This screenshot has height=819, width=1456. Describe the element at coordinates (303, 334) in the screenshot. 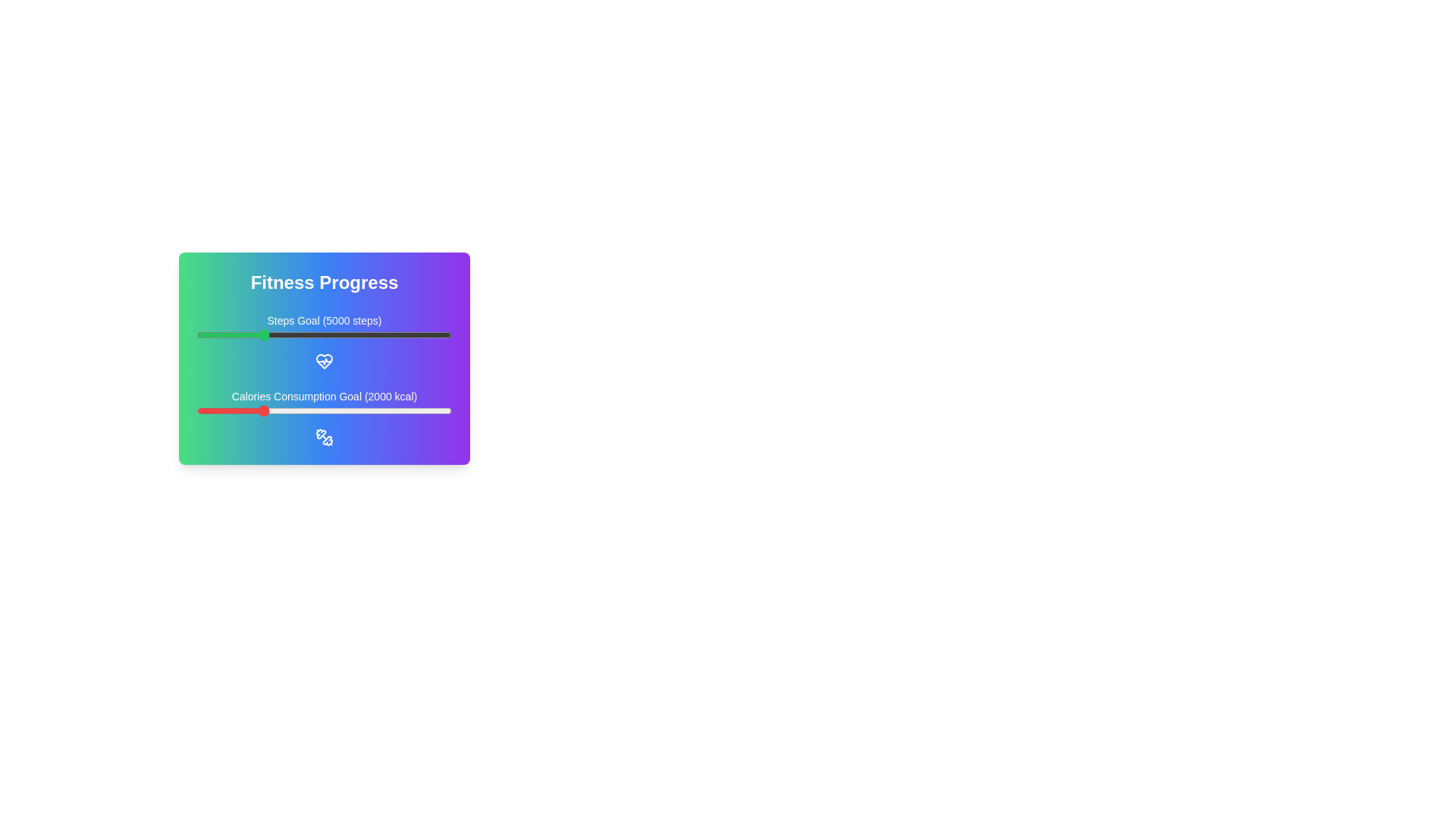

I see `the steps goal` at that location.